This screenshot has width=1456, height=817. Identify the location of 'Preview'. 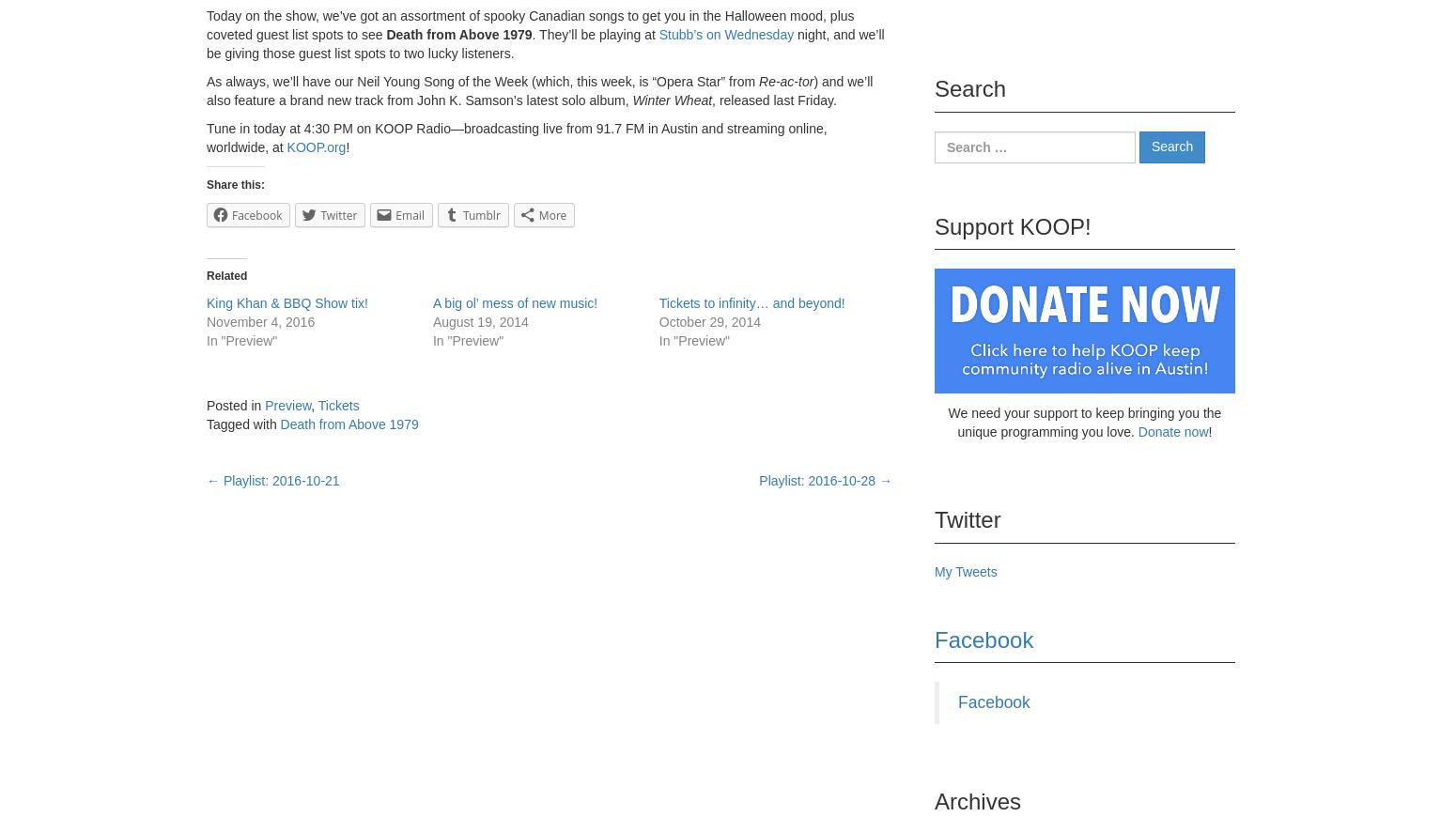
(287, 406).